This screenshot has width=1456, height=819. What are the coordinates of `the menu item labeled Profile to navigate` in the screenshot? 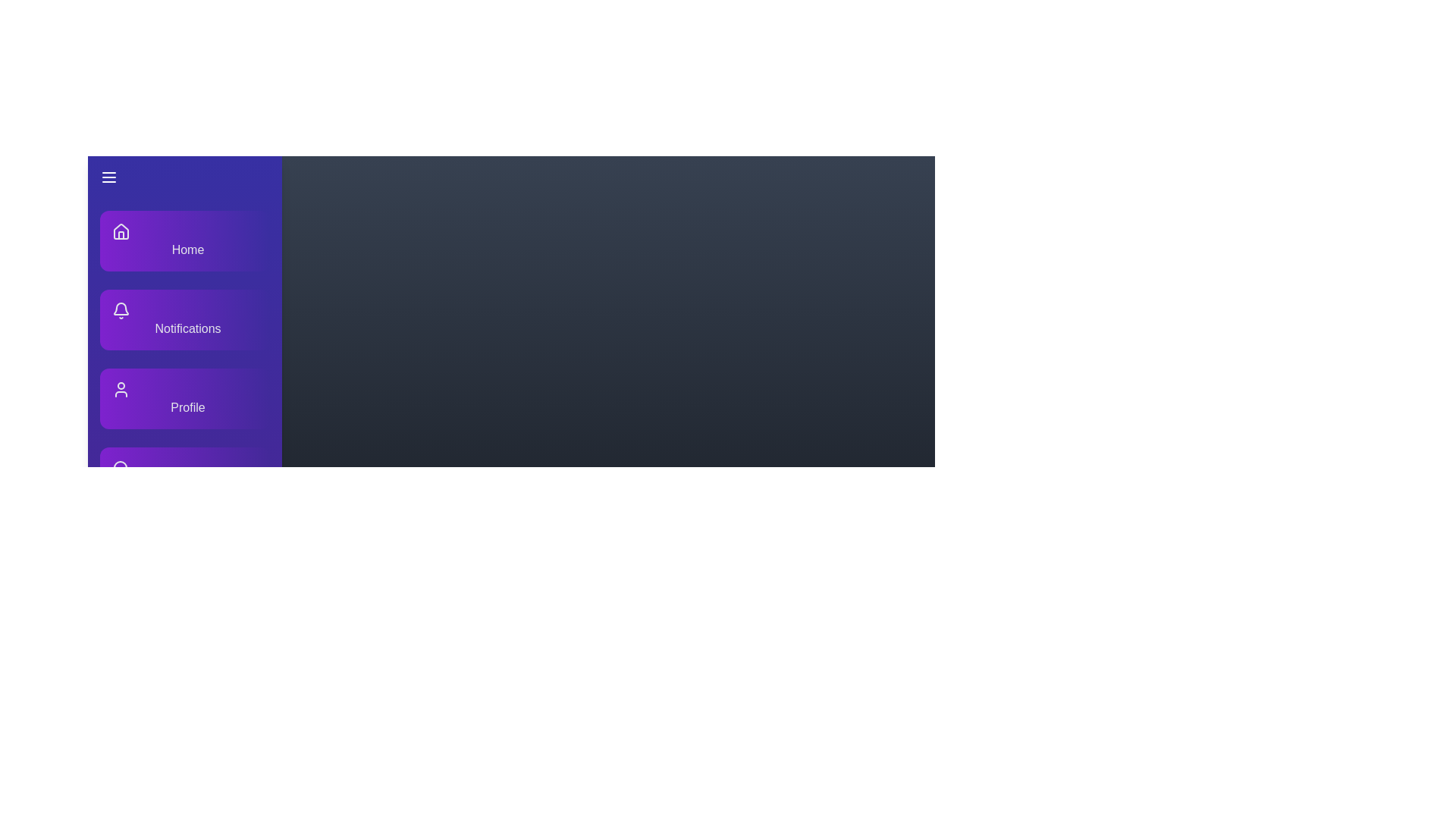 It's located at (184, 397).